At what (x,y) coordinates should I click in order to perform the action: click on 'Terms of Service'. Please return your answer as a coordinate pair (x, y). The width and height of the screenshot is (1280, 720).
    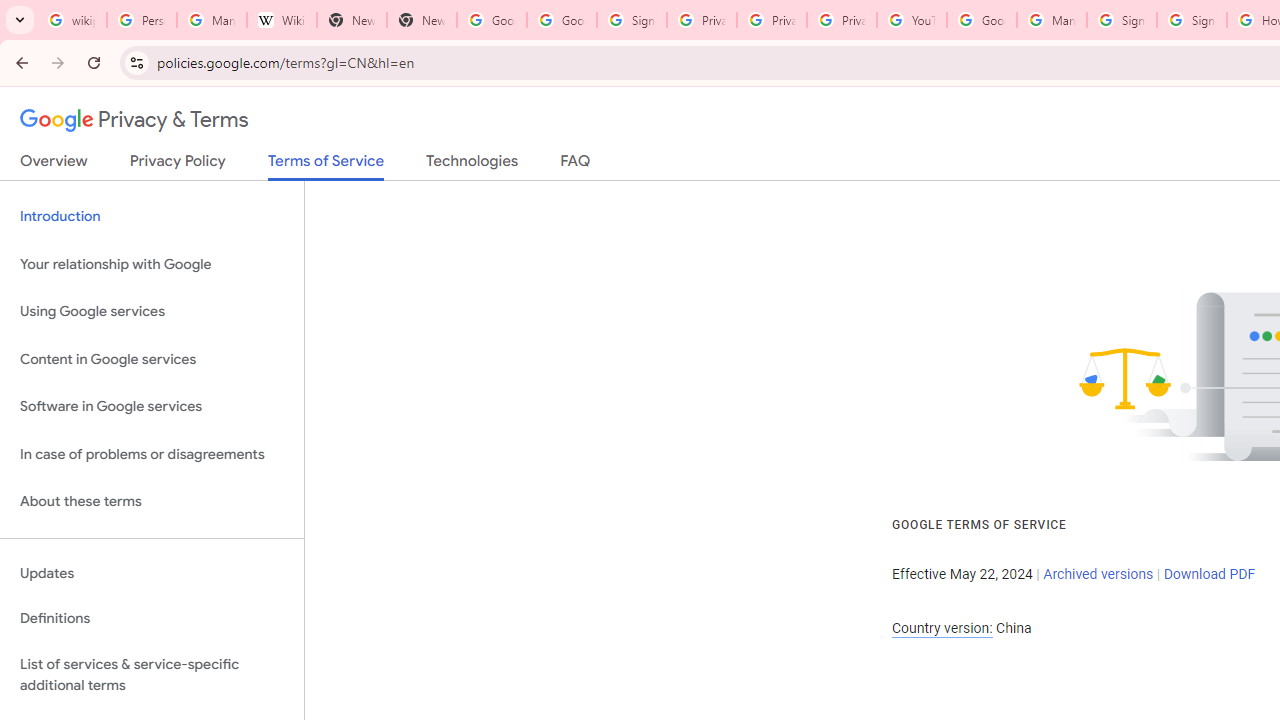
    Looking at the image, I should click on (326, 165).